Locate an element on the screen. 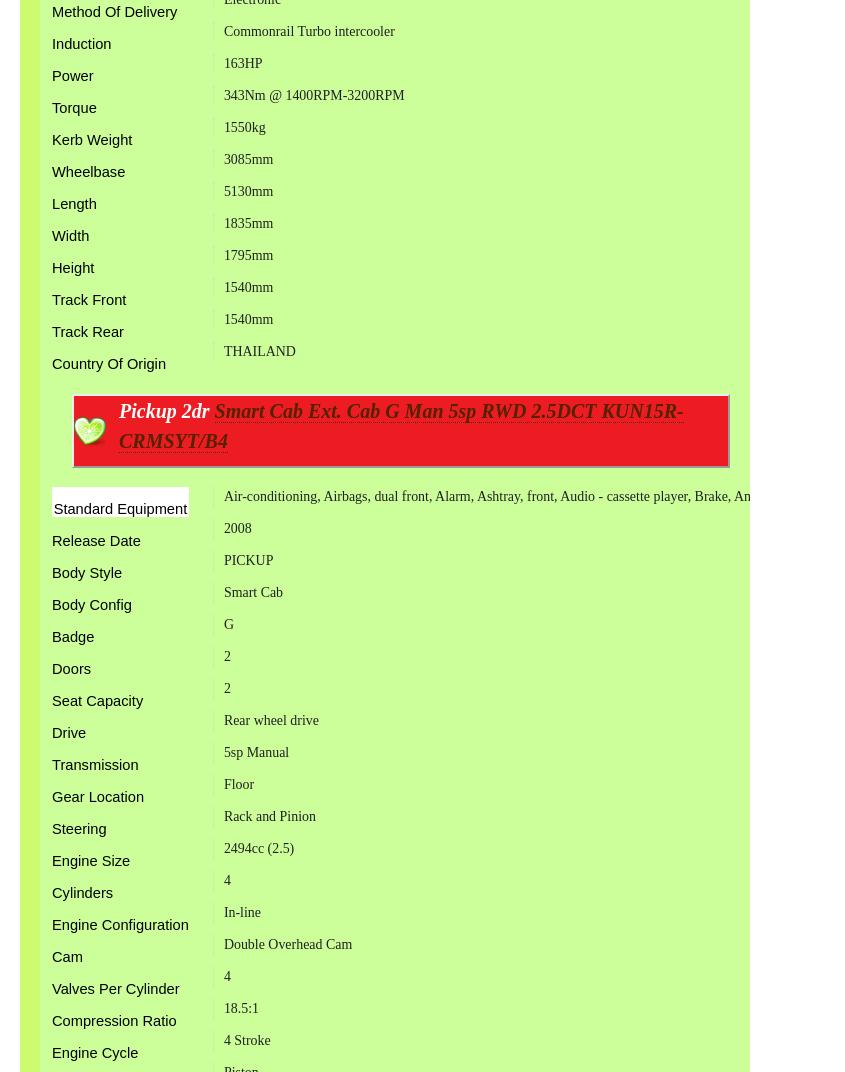 This screenshot has width=845, height=1072. 'Transmission' is located at coordinates (94, 764).